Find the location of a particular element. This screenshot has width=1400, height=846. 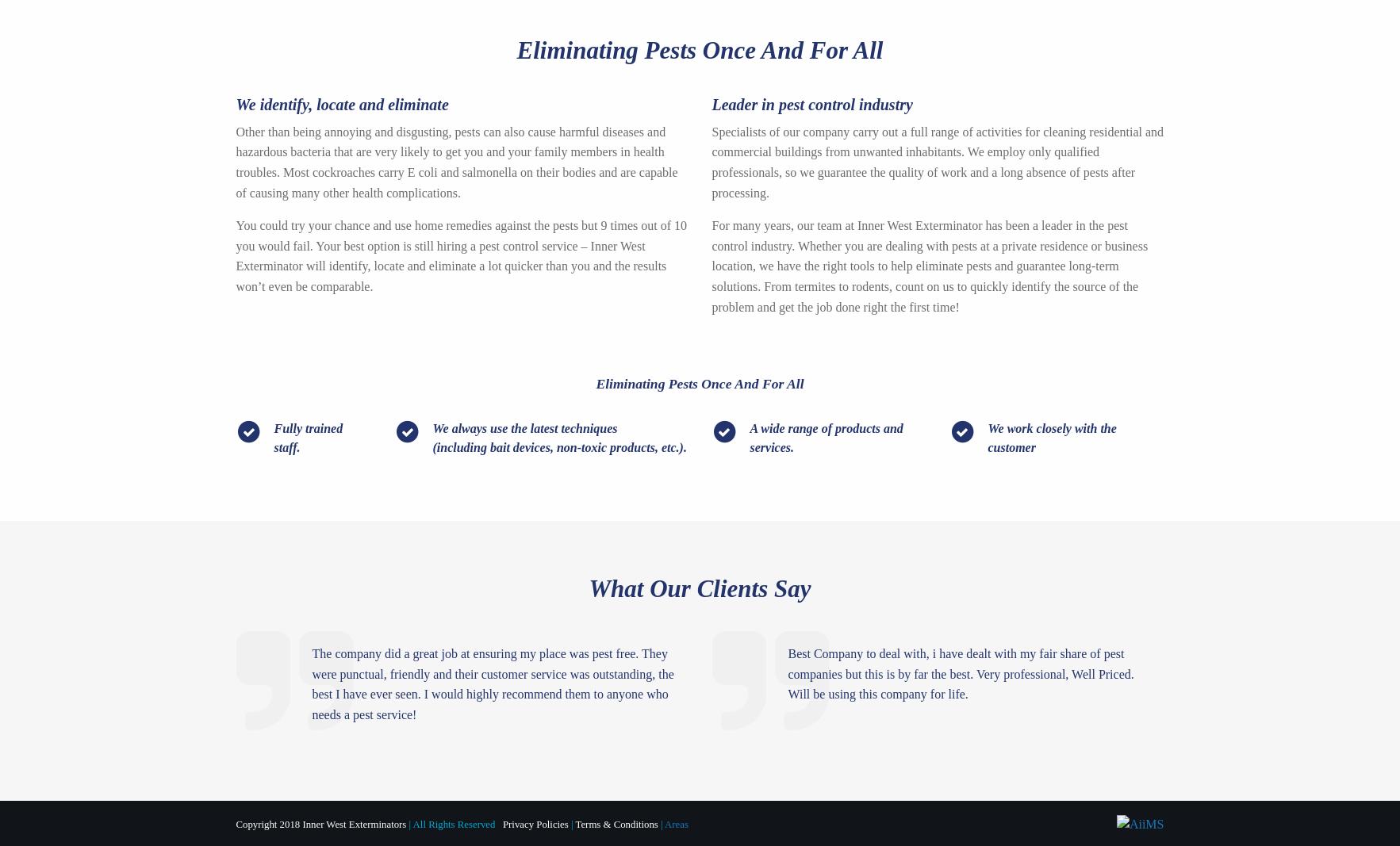

'Fully trained staff.' is located at coordinates (307, 437).